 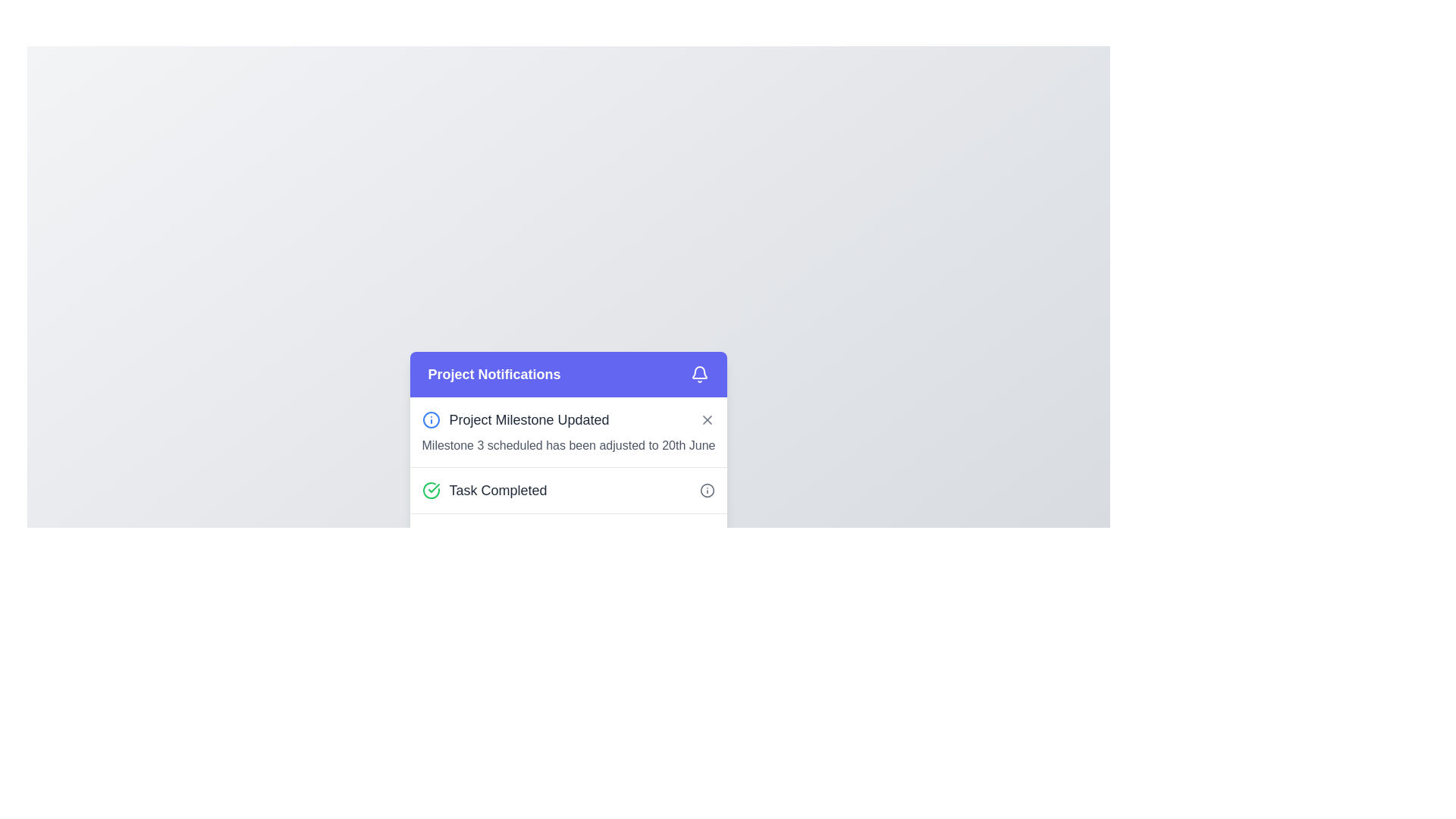 What do you see at coordinates (707, 491) in the screenshot?
I see `the circular information icon featuring a stylized 'i' in the center, located at the far right of the 'Task Completed' row in the notification panel` at bounding box center [707, 491].